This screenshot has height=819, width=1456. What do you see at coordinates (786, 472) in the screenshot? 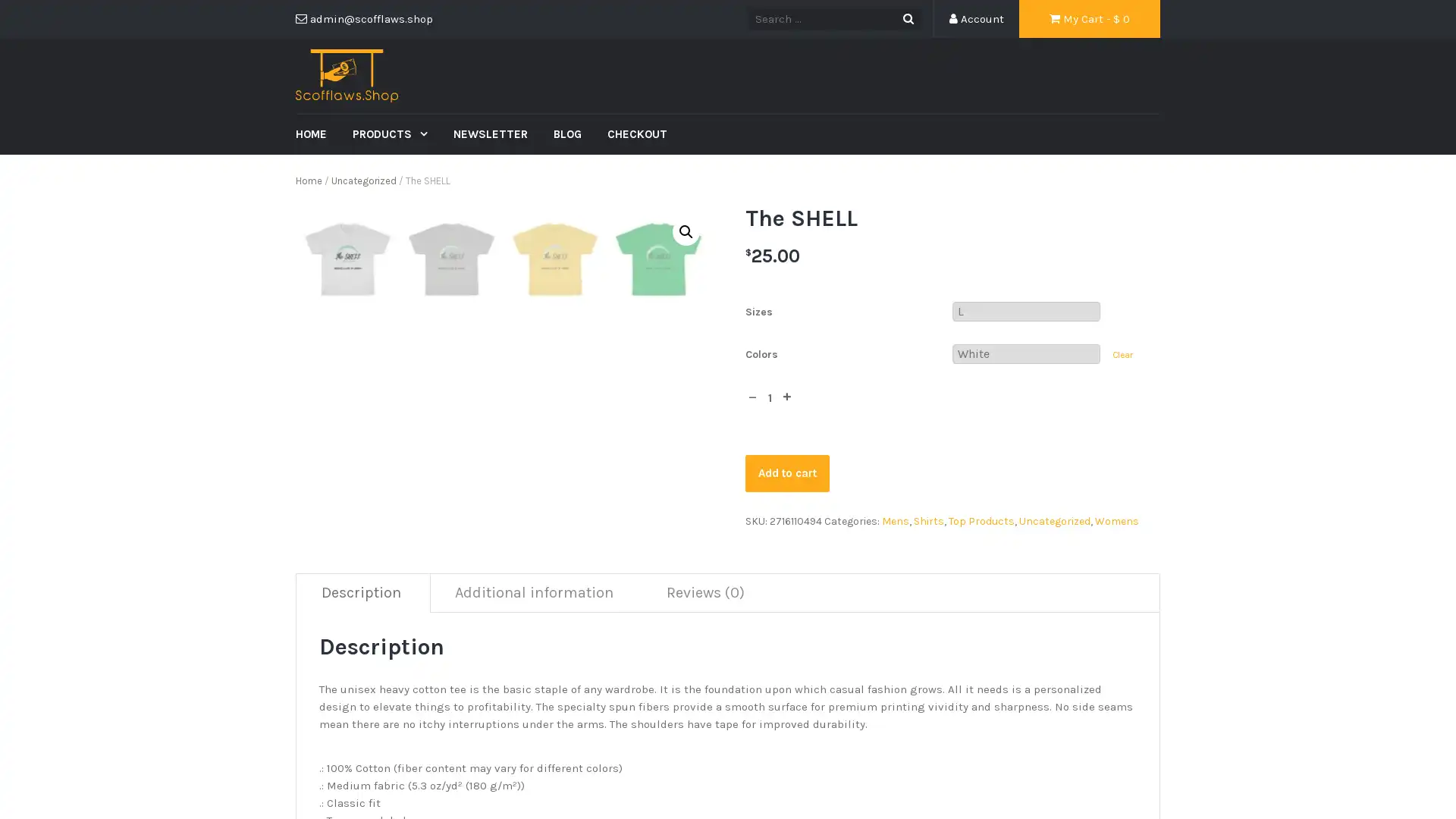
I see `Add to cart` at bounding box center [786, 472].